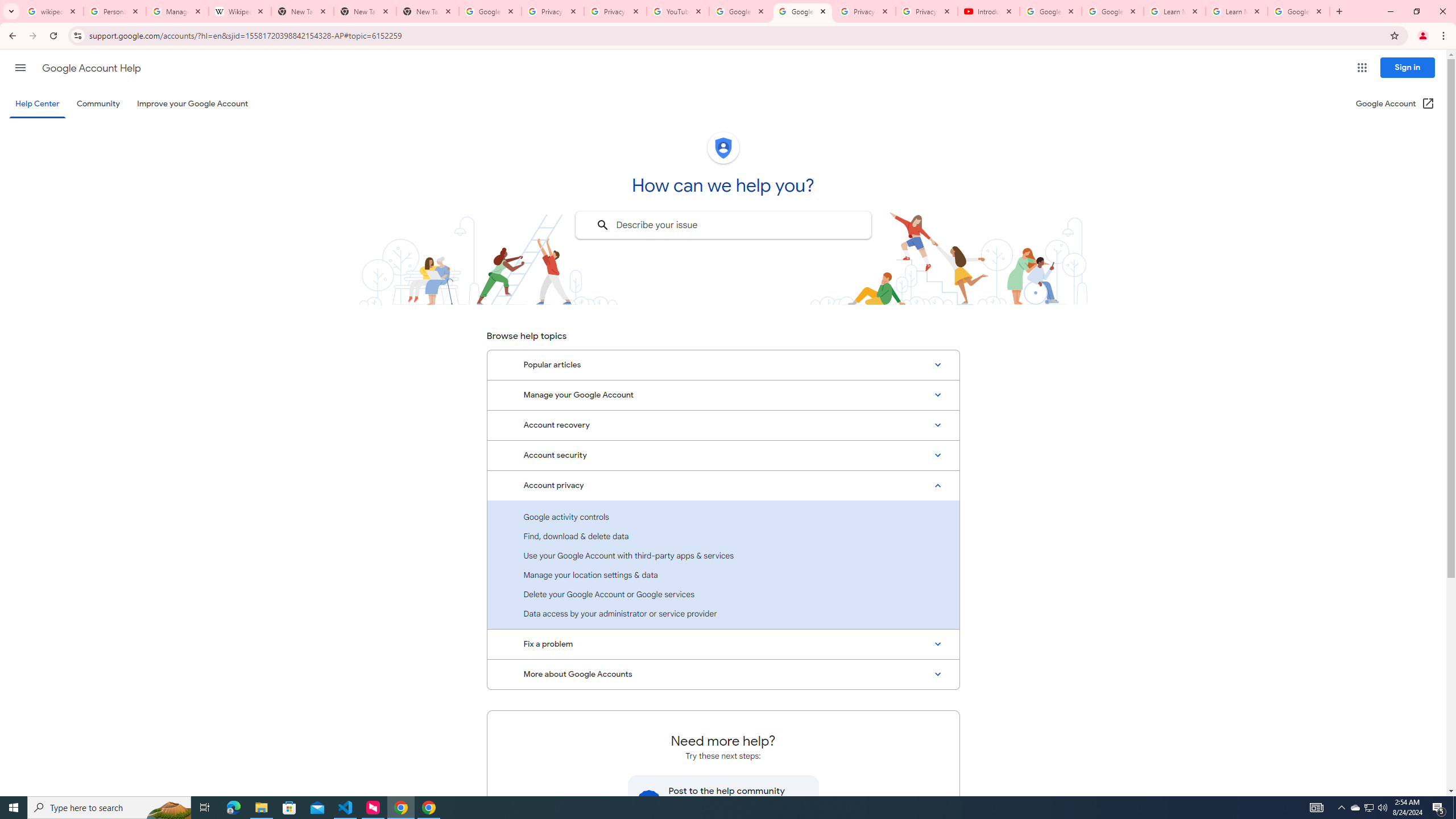 Image resolution: width=1456 pixels, height=819 pixels. I want to click on 'Manage your Google Account', so click(723, 395).